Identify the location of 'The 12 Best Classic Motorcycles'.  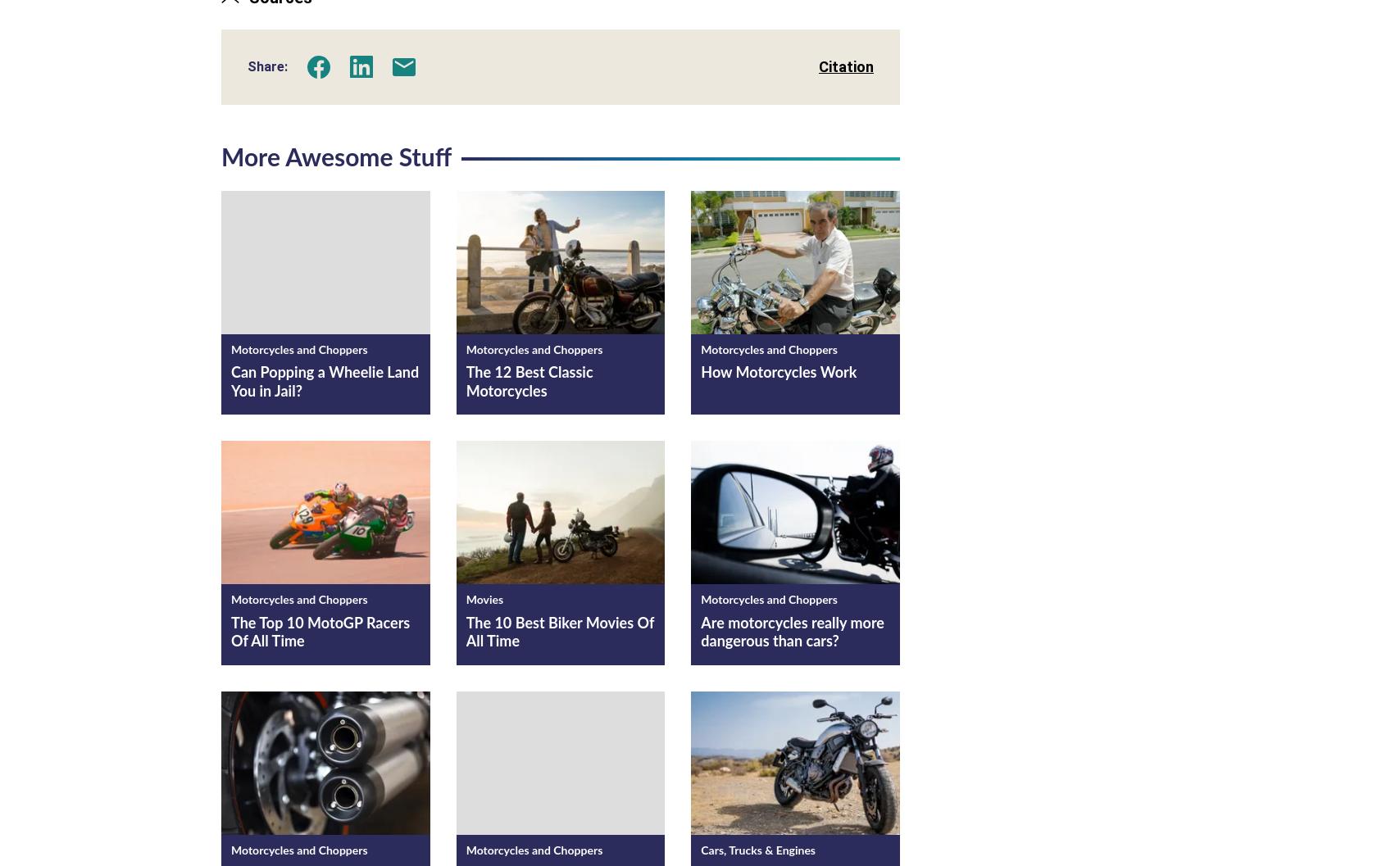
(529, 382).